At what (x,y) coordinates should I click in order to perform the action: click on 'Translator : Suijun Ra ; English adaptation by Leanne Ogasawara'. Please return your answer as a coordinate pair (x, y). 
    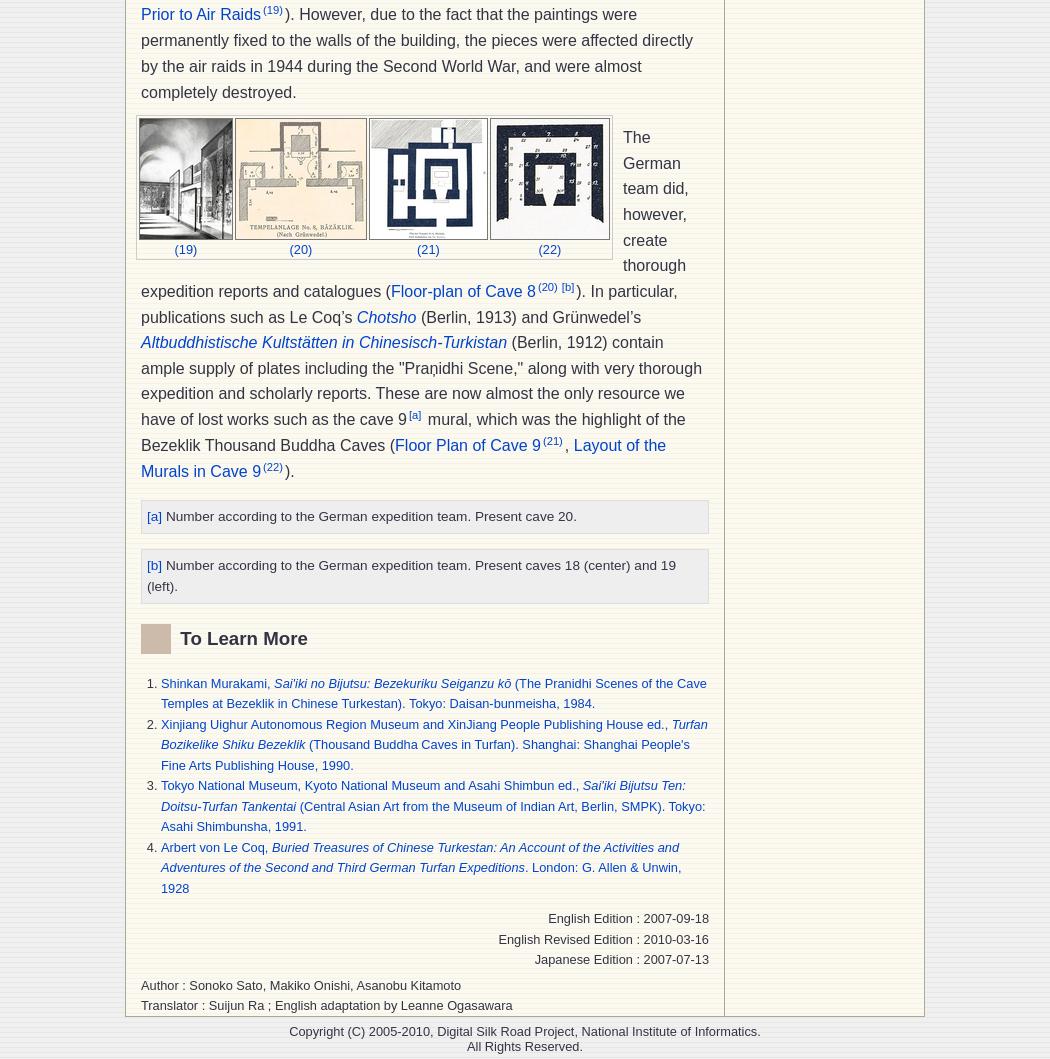
    Looking at the image, I should click on (140, 1003).